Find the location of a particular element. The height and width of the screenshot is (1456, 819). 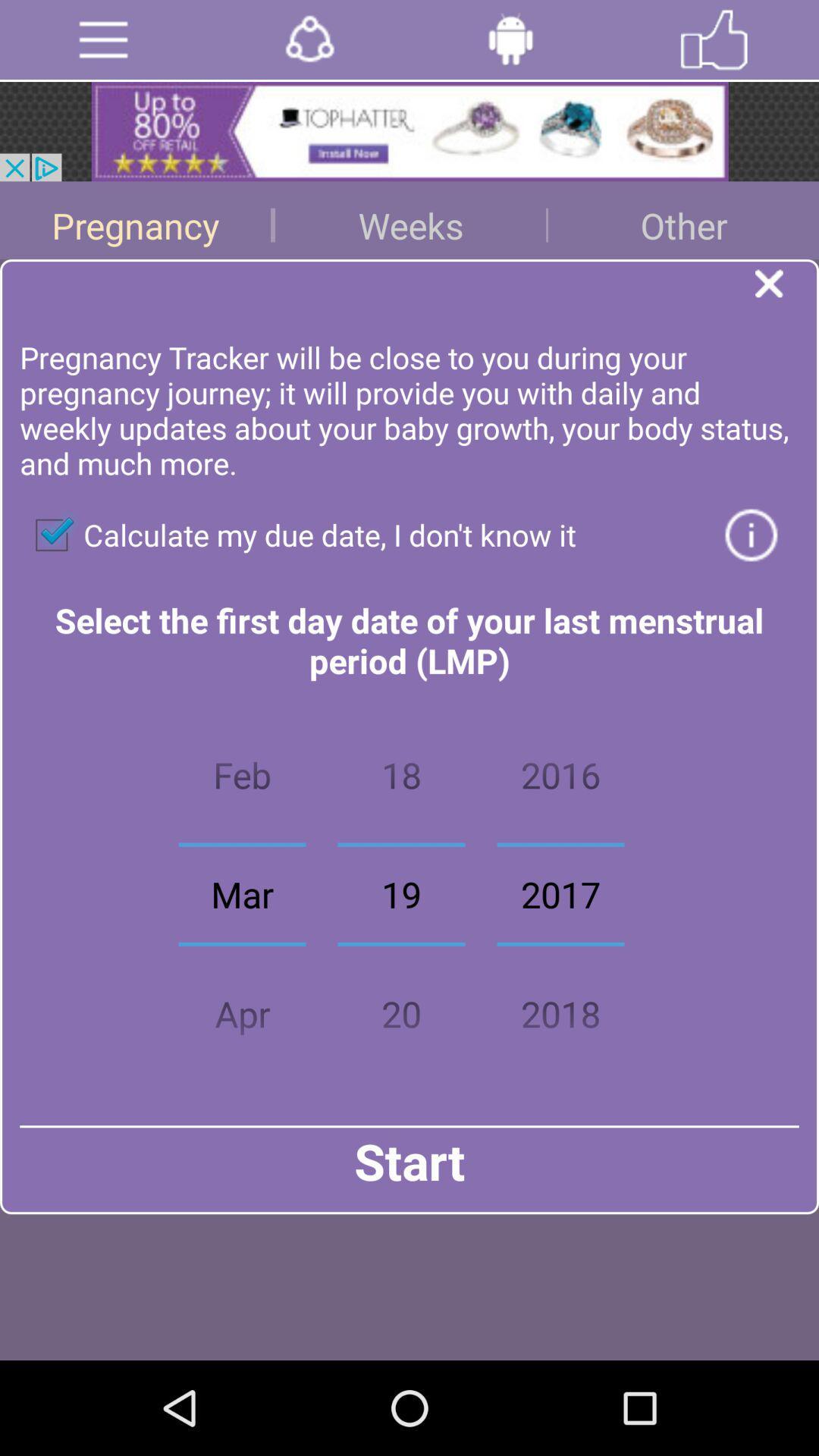

more information is located at coordinates (751, 535).